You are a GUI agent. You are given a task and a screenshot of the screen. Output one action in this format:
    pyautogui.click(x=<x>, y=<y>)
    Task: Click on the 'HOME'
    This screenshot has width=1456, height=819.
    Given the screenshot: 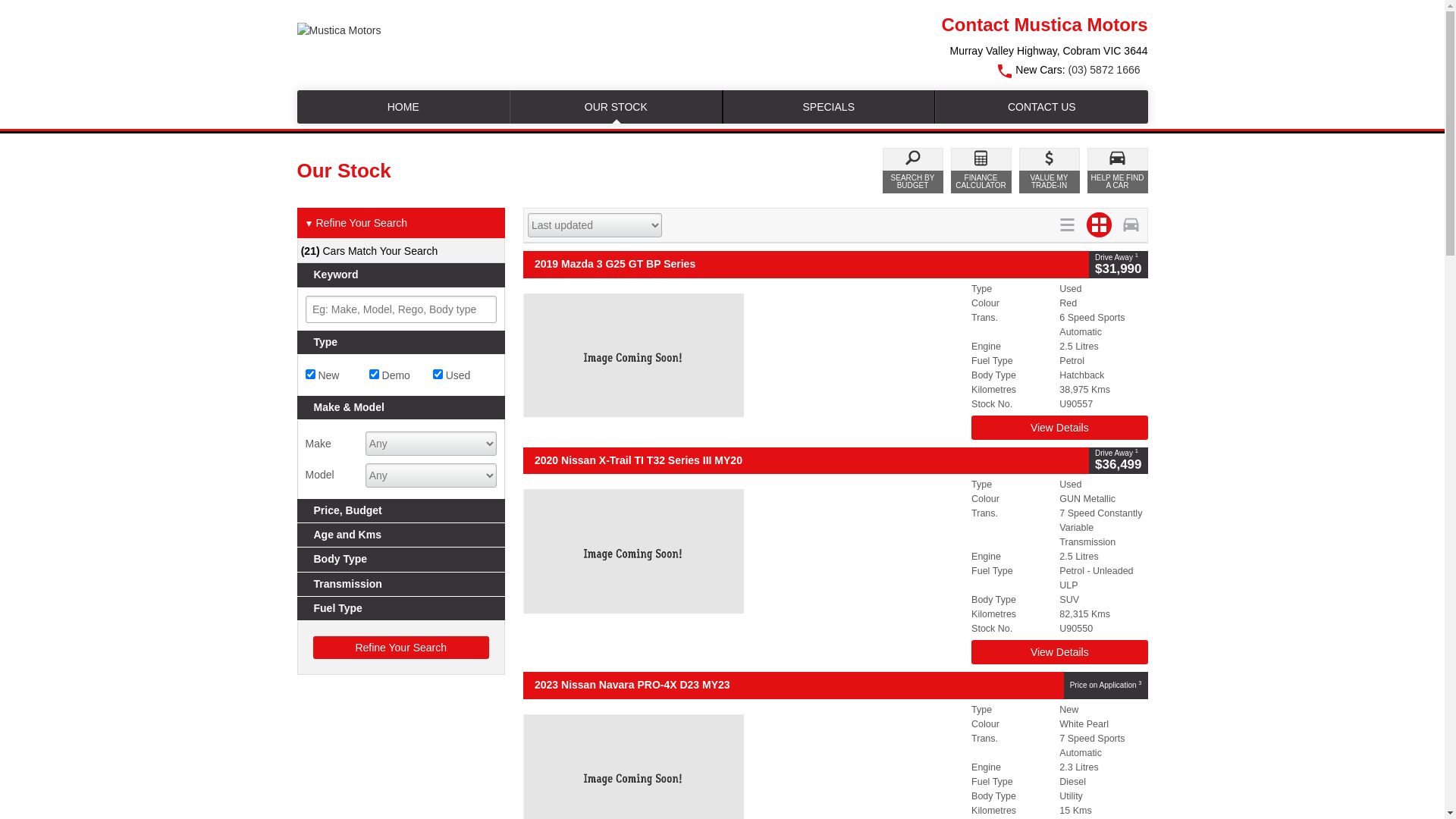 What is the action you would take?
    pyautogui.click(x=403, y=106)
    